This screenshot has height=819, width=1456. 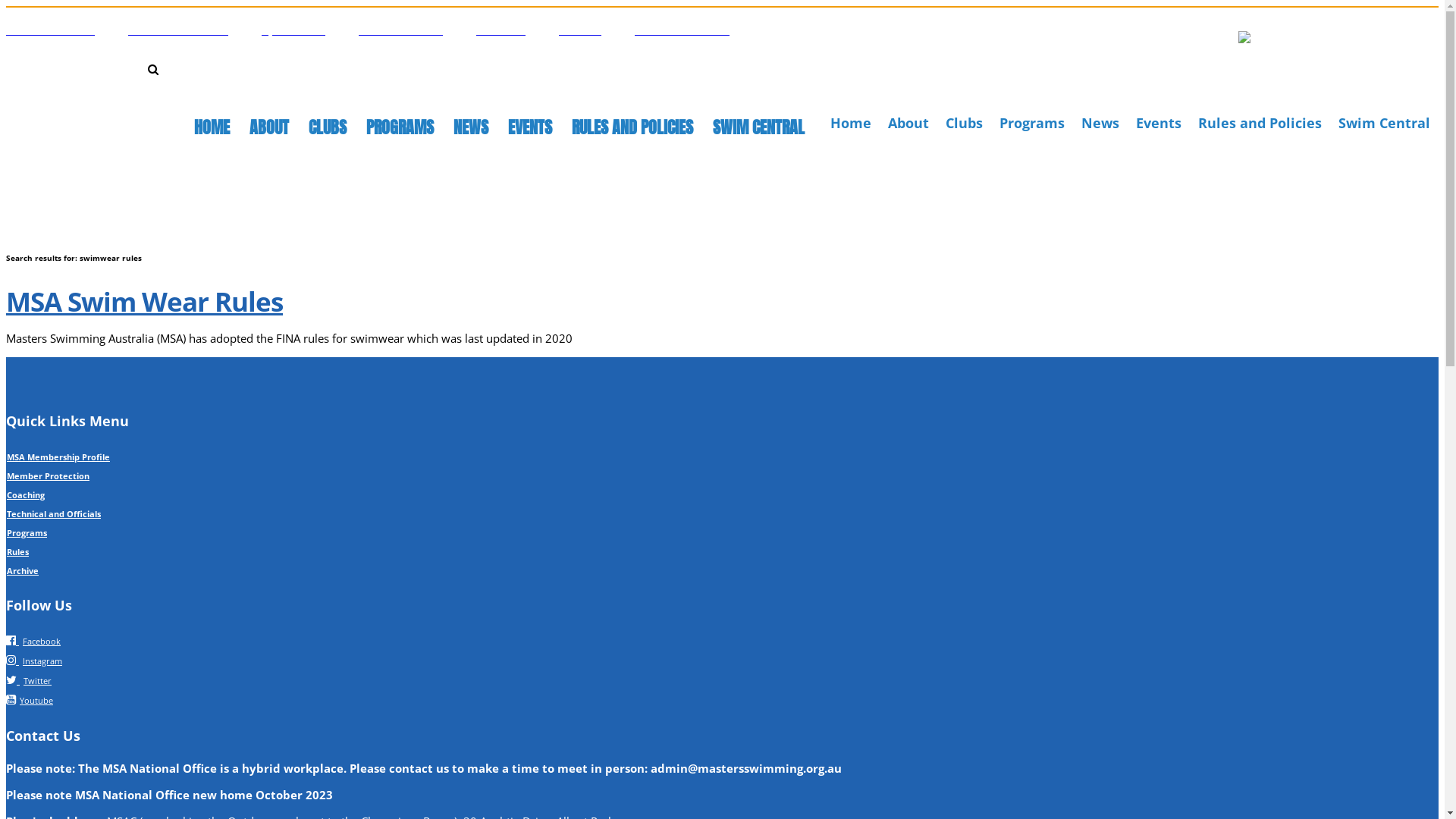 I want to click on 'Swim Central', so click(x=1338, y=122).